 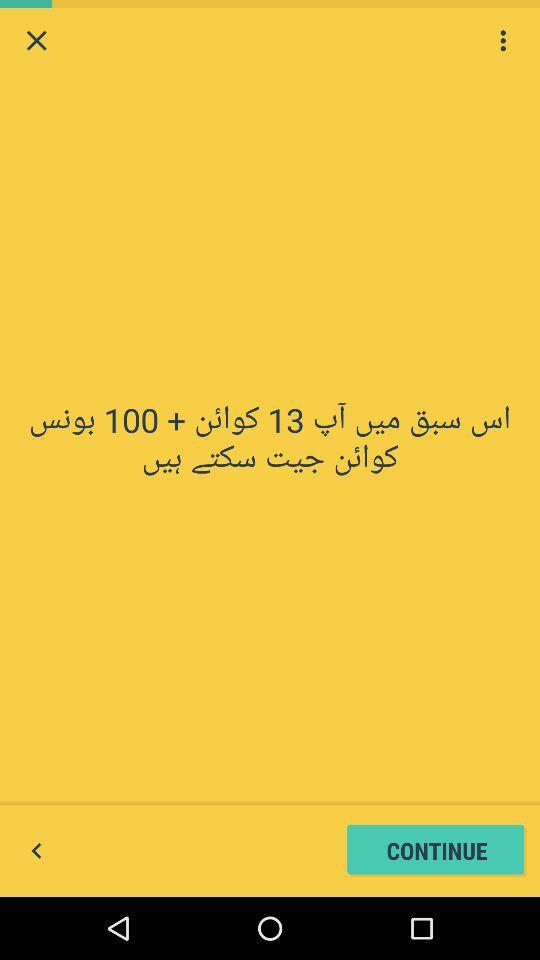 What do you see at coordinates (502, 42) in the screenshot?
I see `the more icon` at bounding box center [502, 42].